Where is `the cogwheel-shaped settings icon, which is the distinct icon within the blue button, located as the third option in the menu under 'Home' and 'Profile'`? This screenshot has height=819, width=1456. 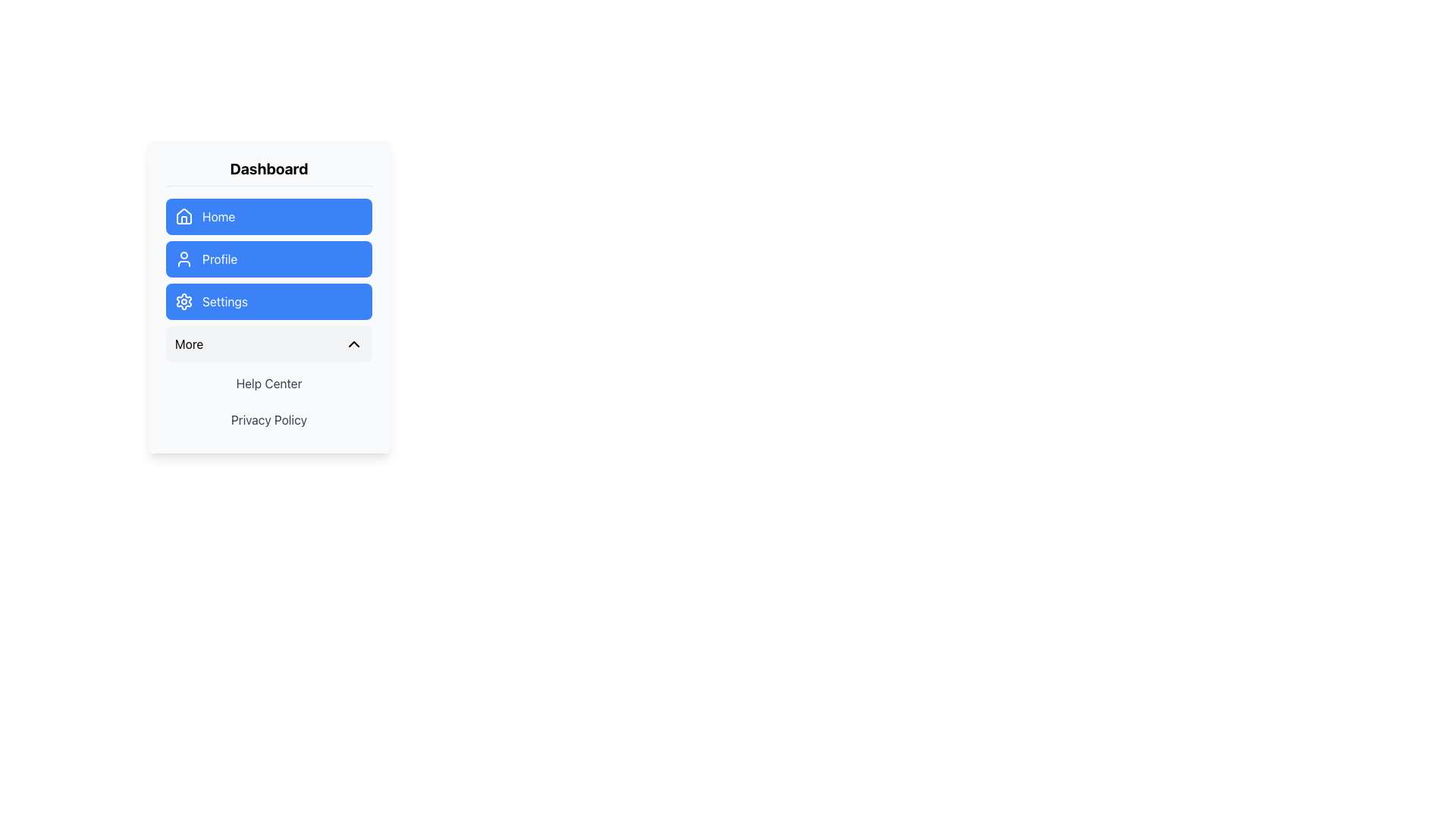 the cogwheel-shaped settings icon, which is the distinct icon within the blue button, located as the third option in the menu under 'Home' and 'Profile' is located at coordinates (184, 301).